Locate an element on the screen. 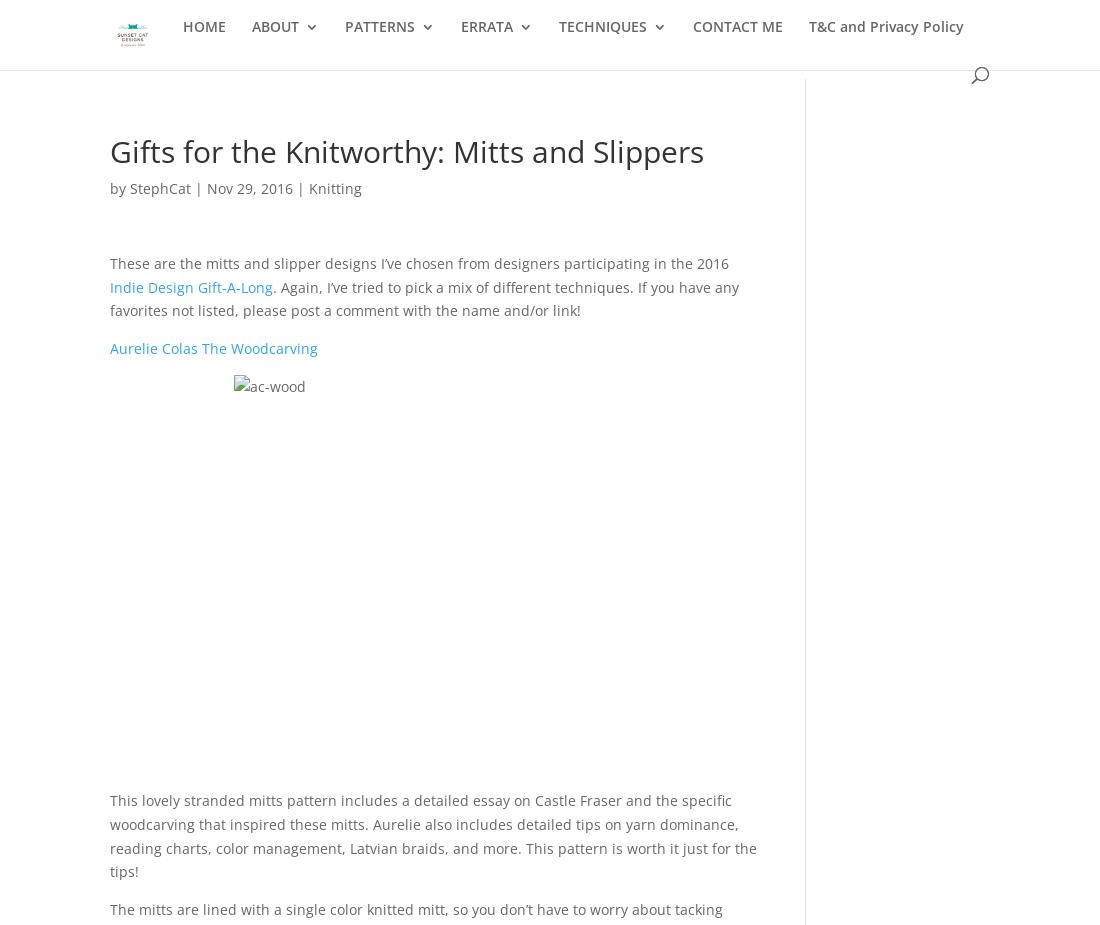  'ERRATA' is located at coordinates (486, 38).